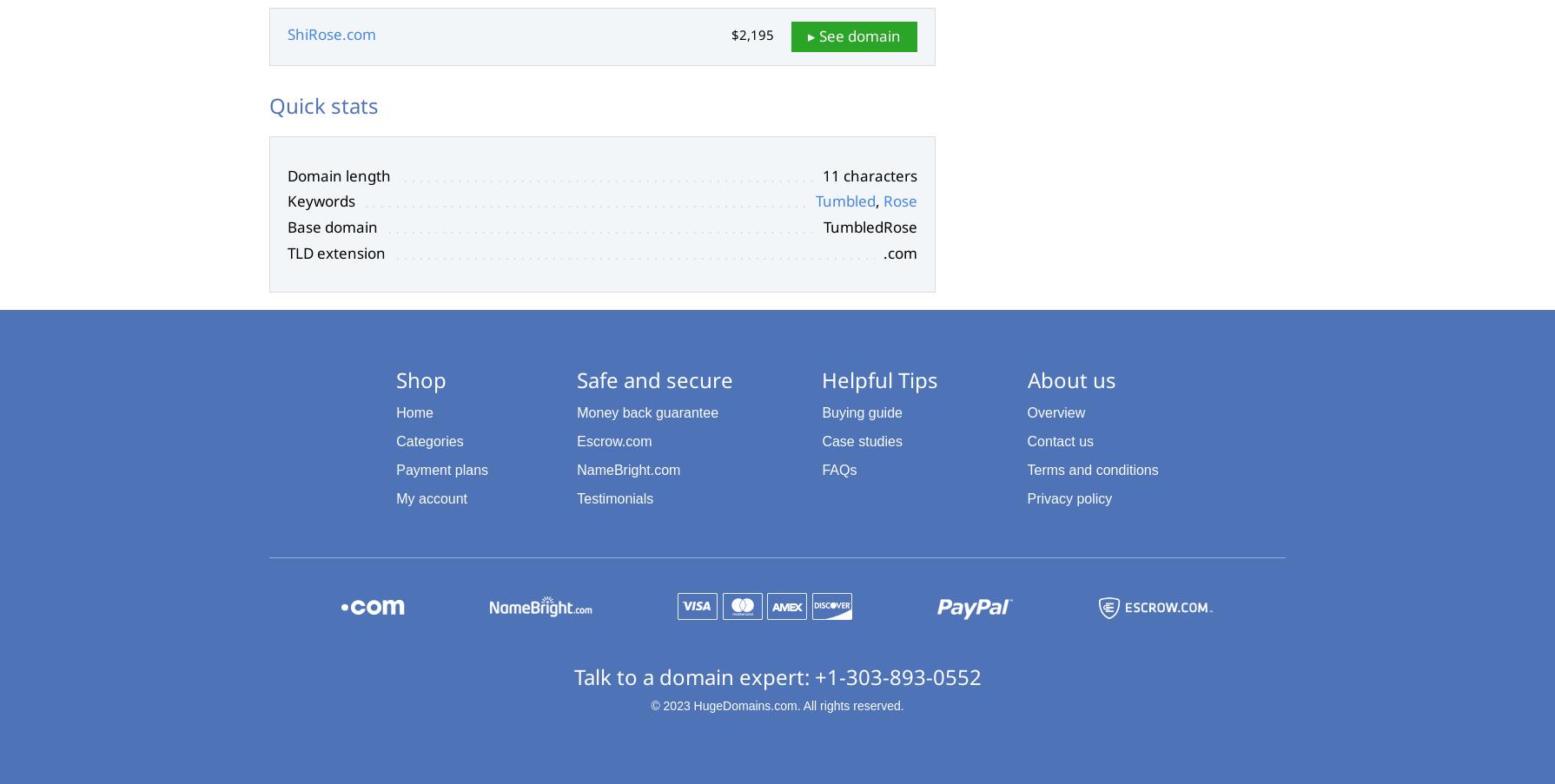 The width and height of the screenshot is (1555, 784). Describe the element at coordinates (751, 34) in the screenshot. I see `'$2,195'` at that location.